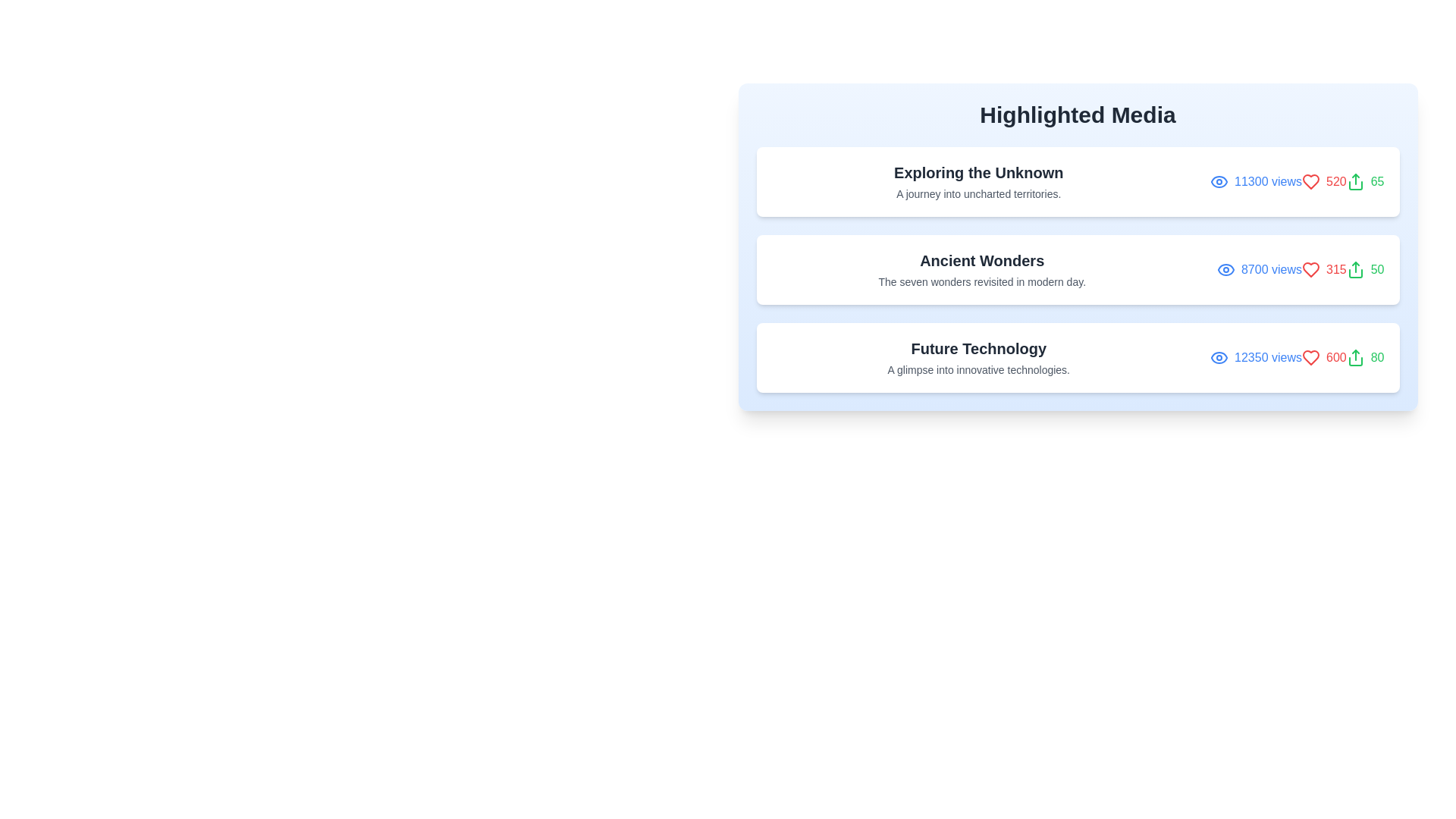  What do you see at coordinates (978, 180) in the screenshot?
I see `the description of the media item 'Exploring the Unknown'` at bounding box center [978, 180].